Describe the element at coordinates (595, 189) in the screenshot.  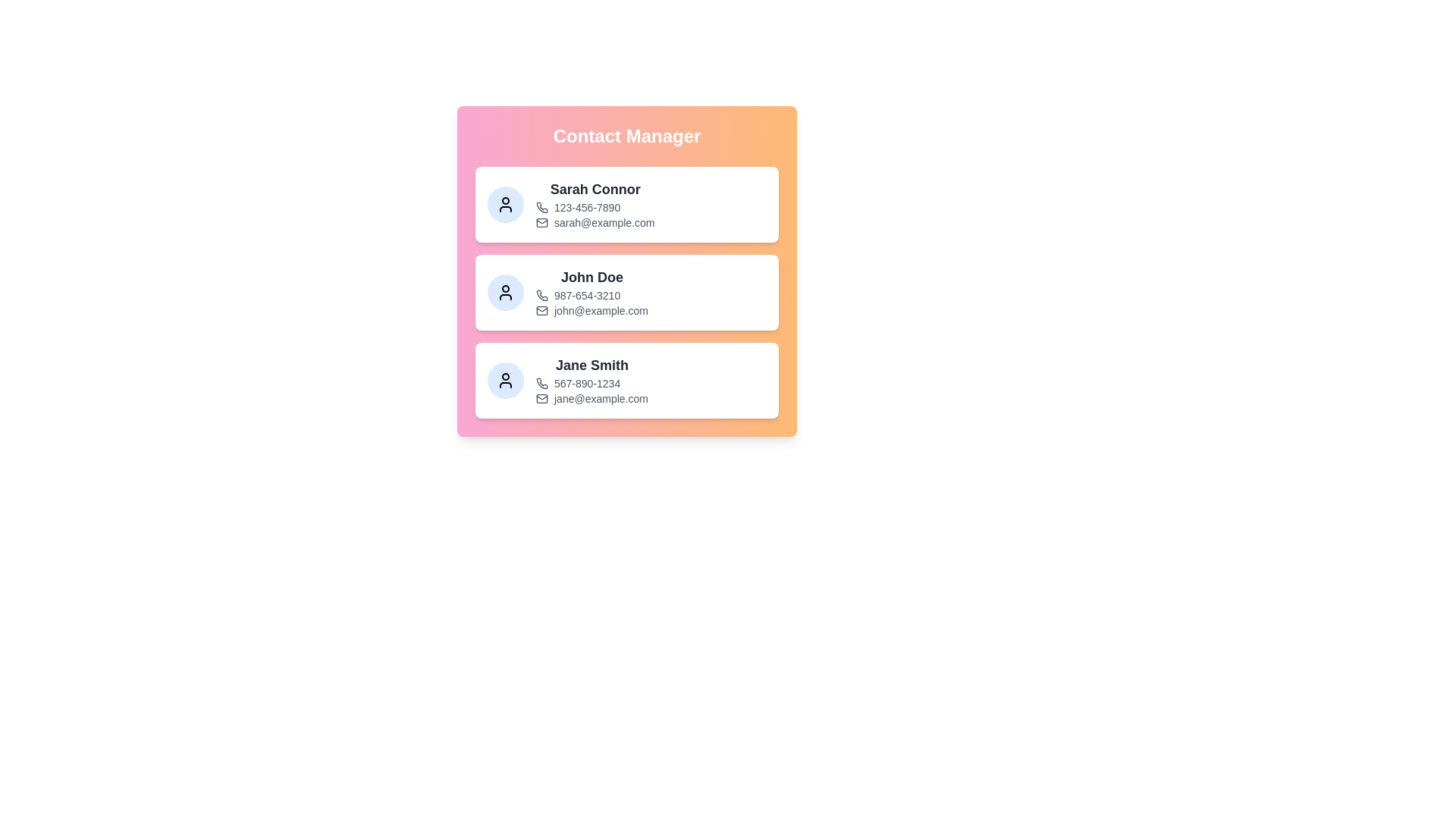
I see `the contact name text for Sarah Connor` at that location.